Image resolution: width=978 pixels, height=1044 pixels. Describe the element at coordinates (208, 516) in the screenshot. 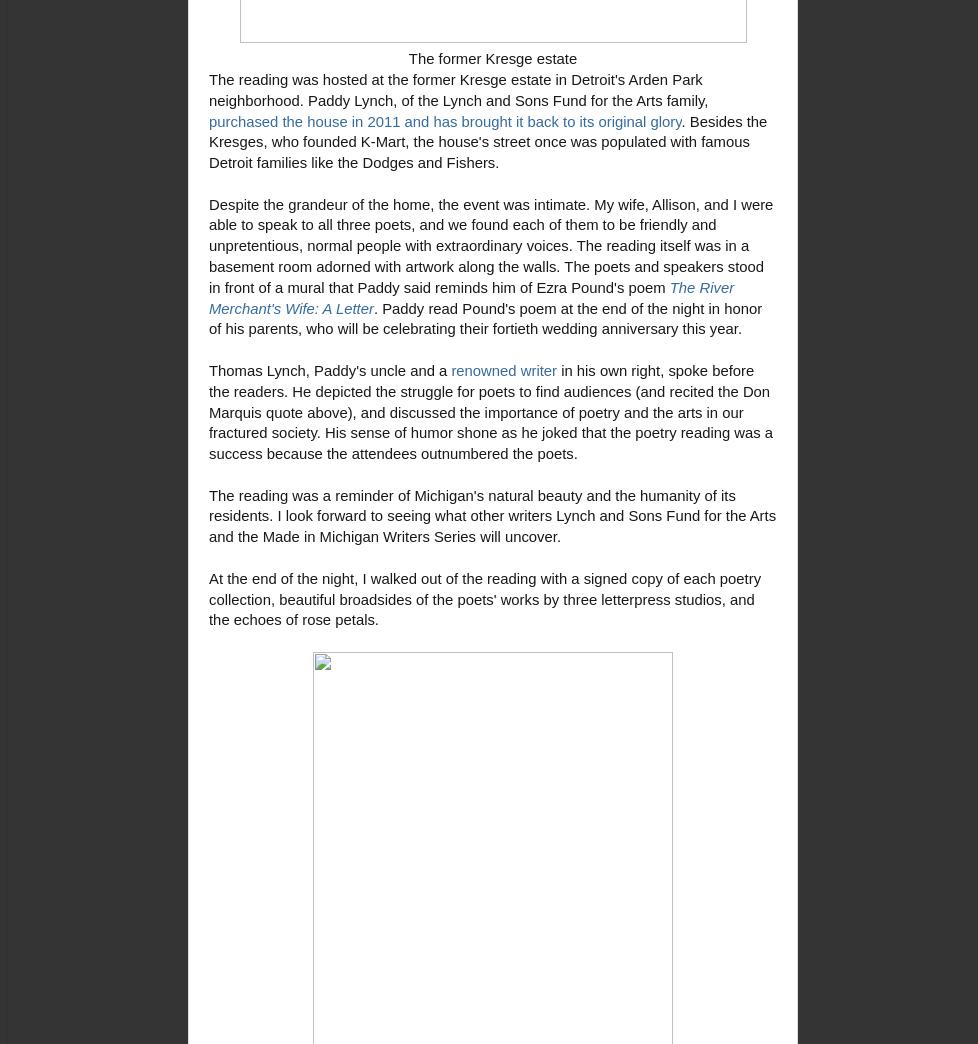

I see `'natural beauty and the humanity of its residents. I look forward to seeing what other writers Lynch and Sons Fund for the Arts and the Made in Michigan Writers Series will uncover.'` at that location.